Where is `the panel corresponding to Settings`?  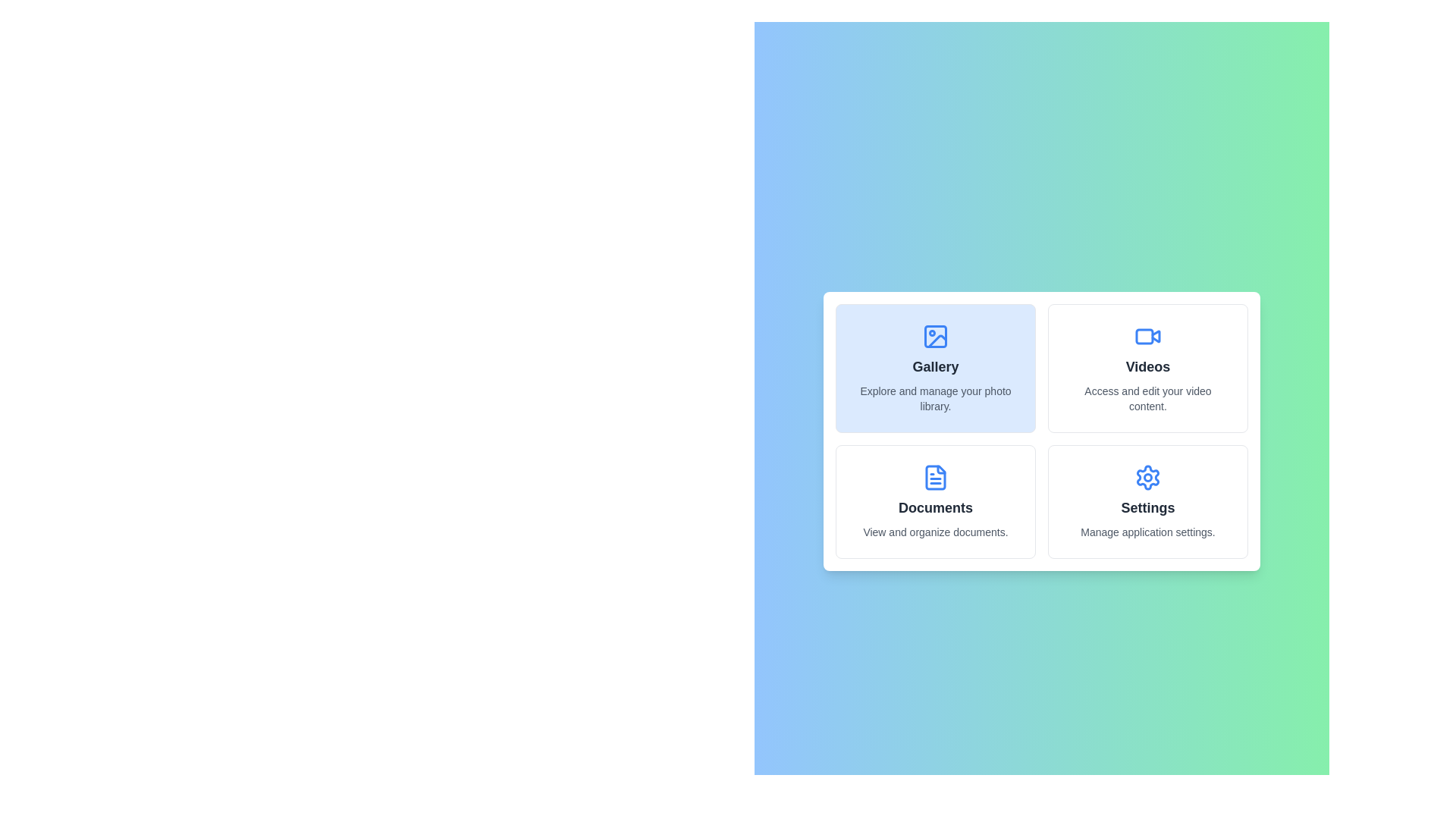 the panel corresponding to Settings is located at coordinates (1147, 502).